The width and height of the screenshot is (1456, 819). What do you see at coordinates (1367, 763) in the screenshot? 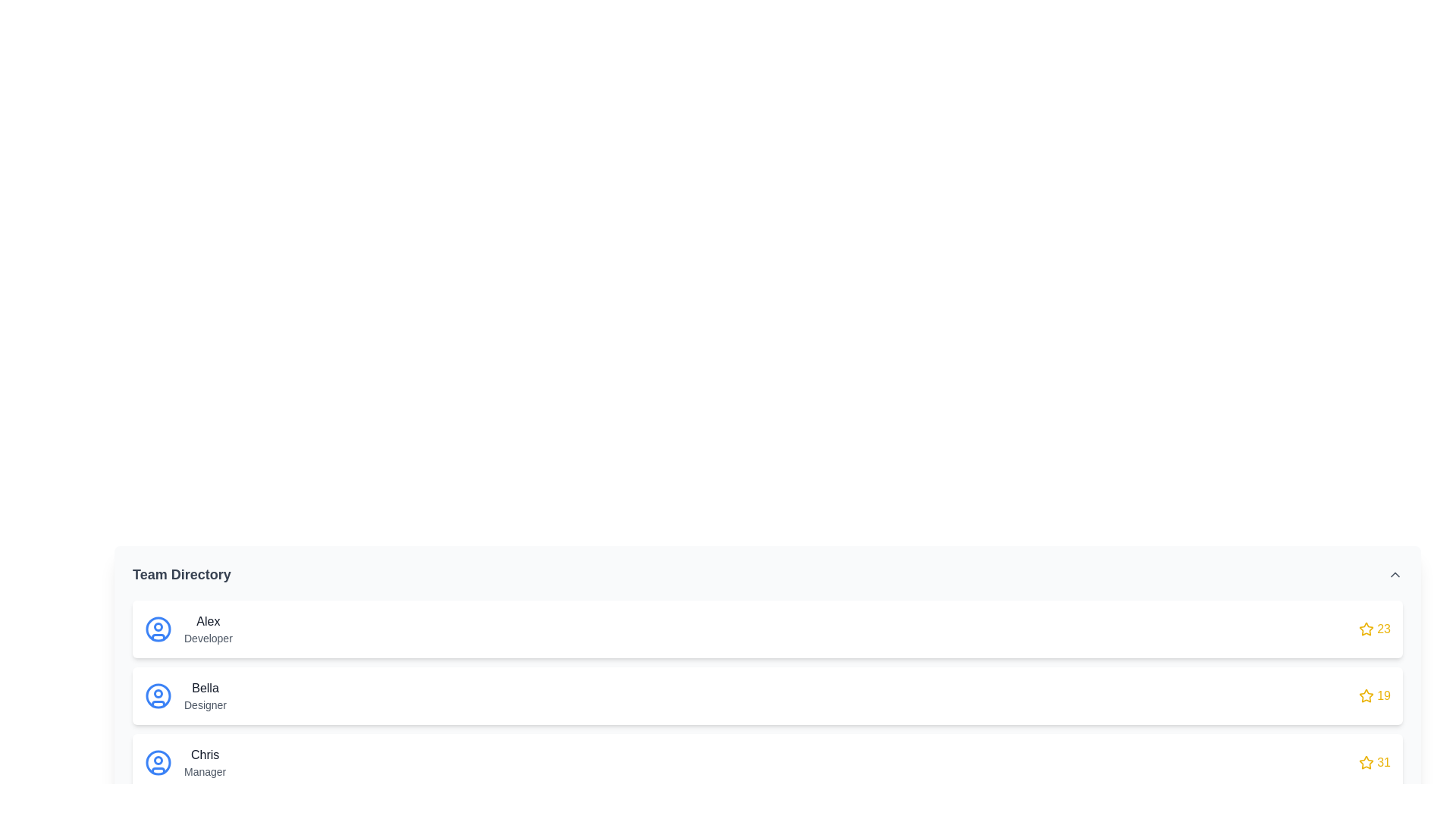
I see `the star rating icon located to the left of the number '31' at the far right of the last row in the interface` at bounding box center [1367, 763].